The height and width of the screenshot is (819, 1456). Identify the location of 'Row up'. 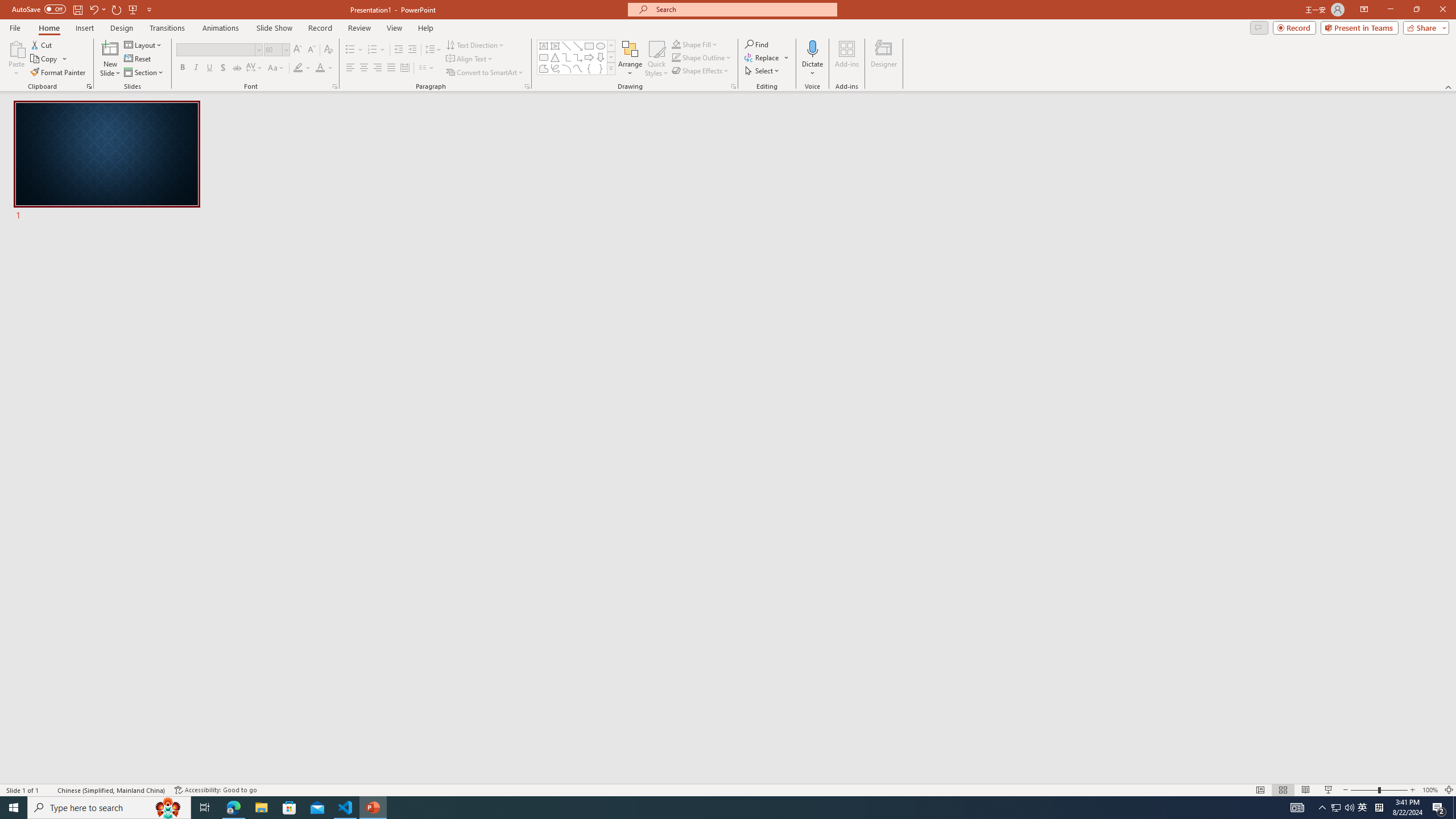
(611, 45).